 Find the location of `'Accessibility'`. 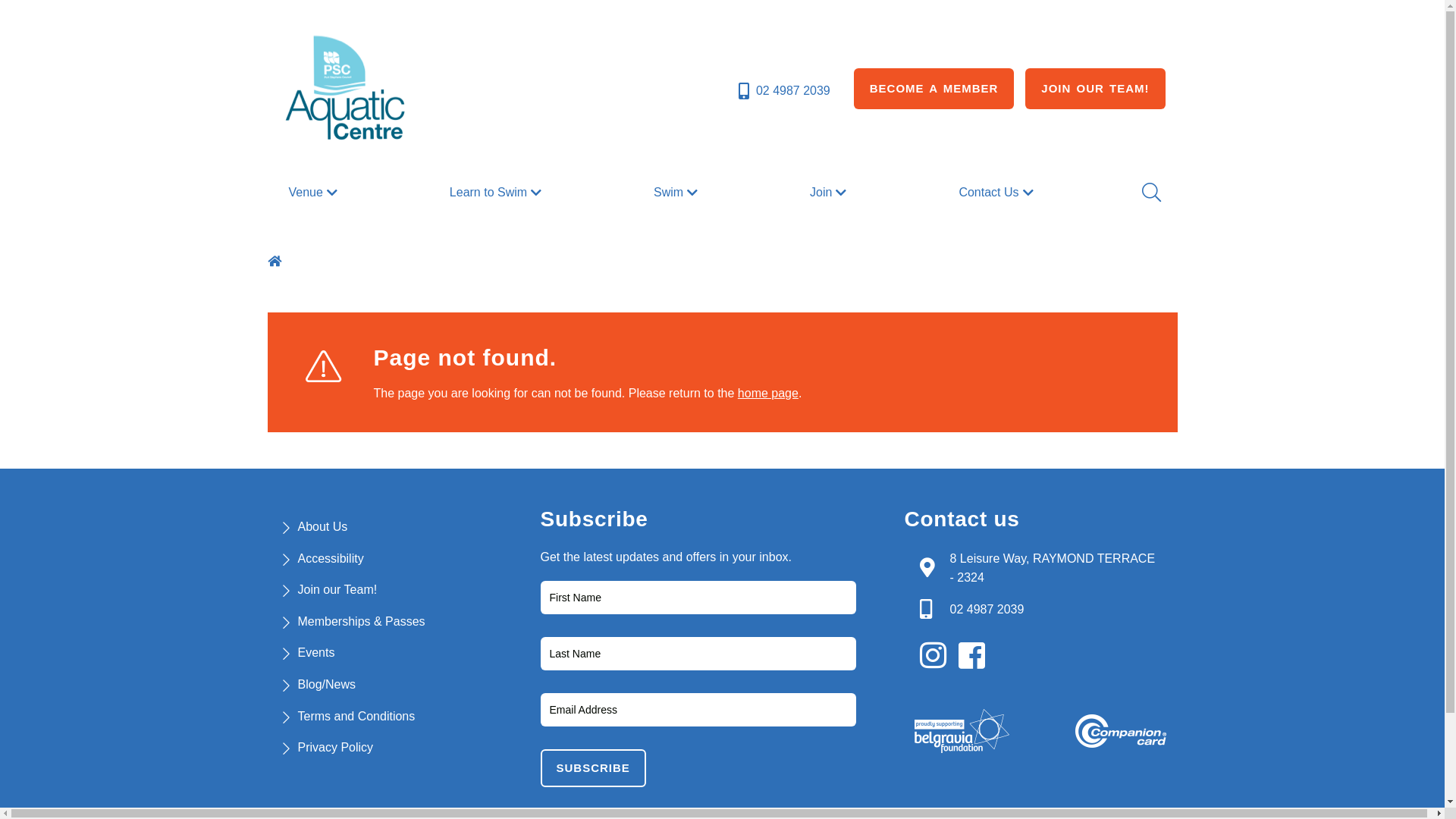

'Accessibility' is located at coordinates (329, 558).